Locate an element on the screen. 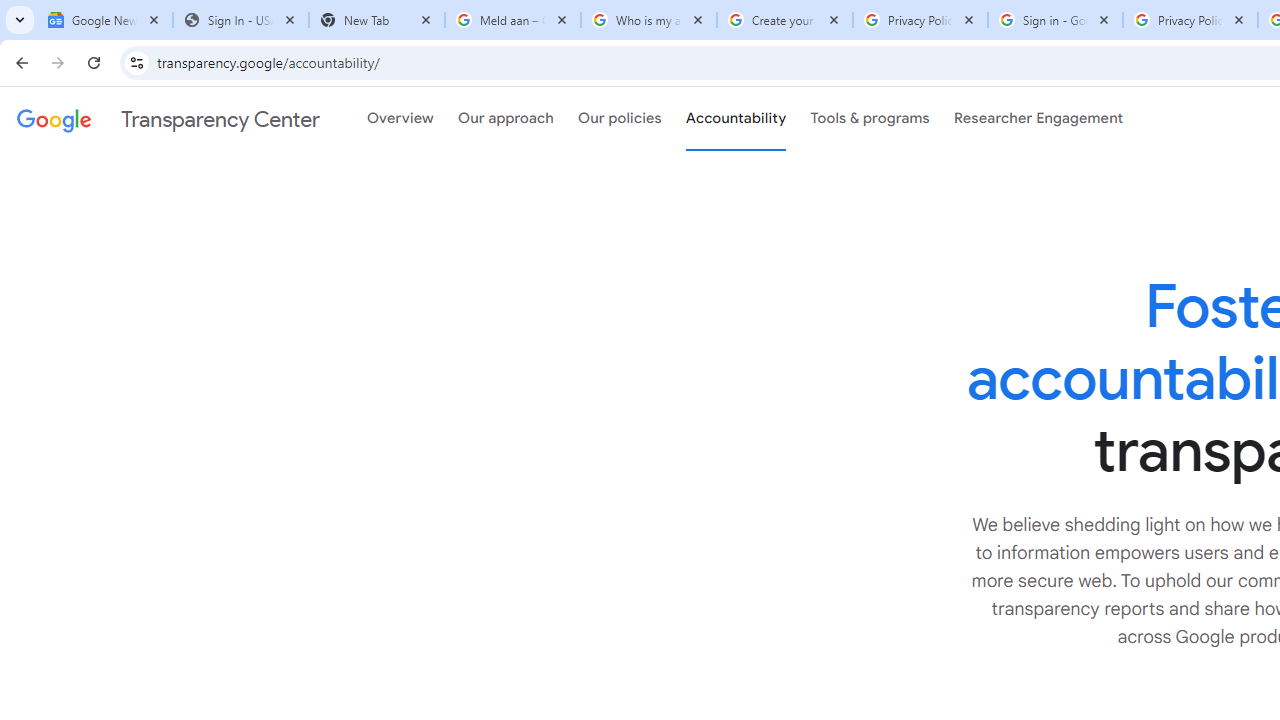 The image size is (1280, 720). 'Our approach' is located at coordinates (506, 119).